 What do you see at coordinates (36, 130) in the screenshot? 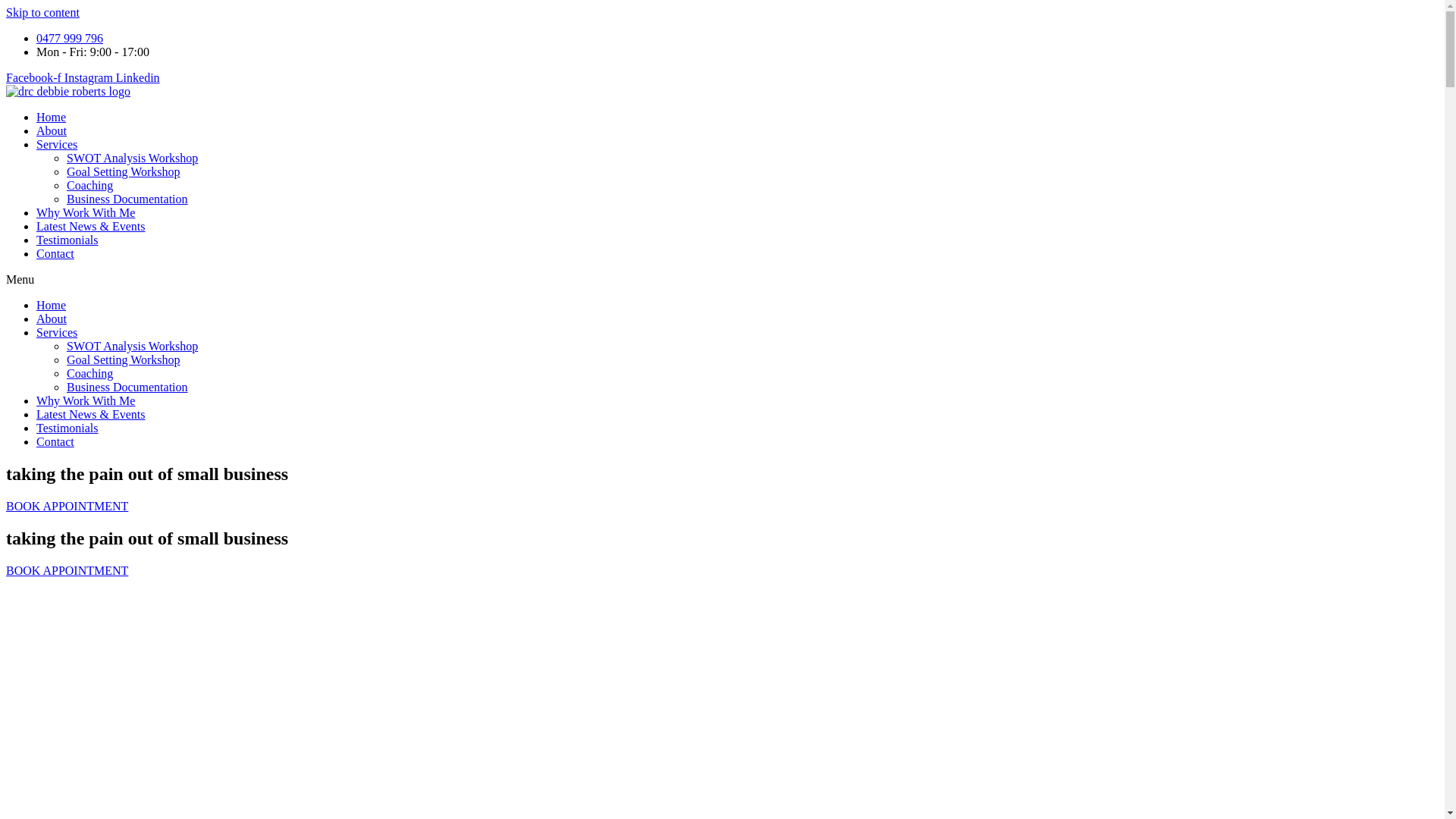
I see `'About'` at bounding box center [36, 130].